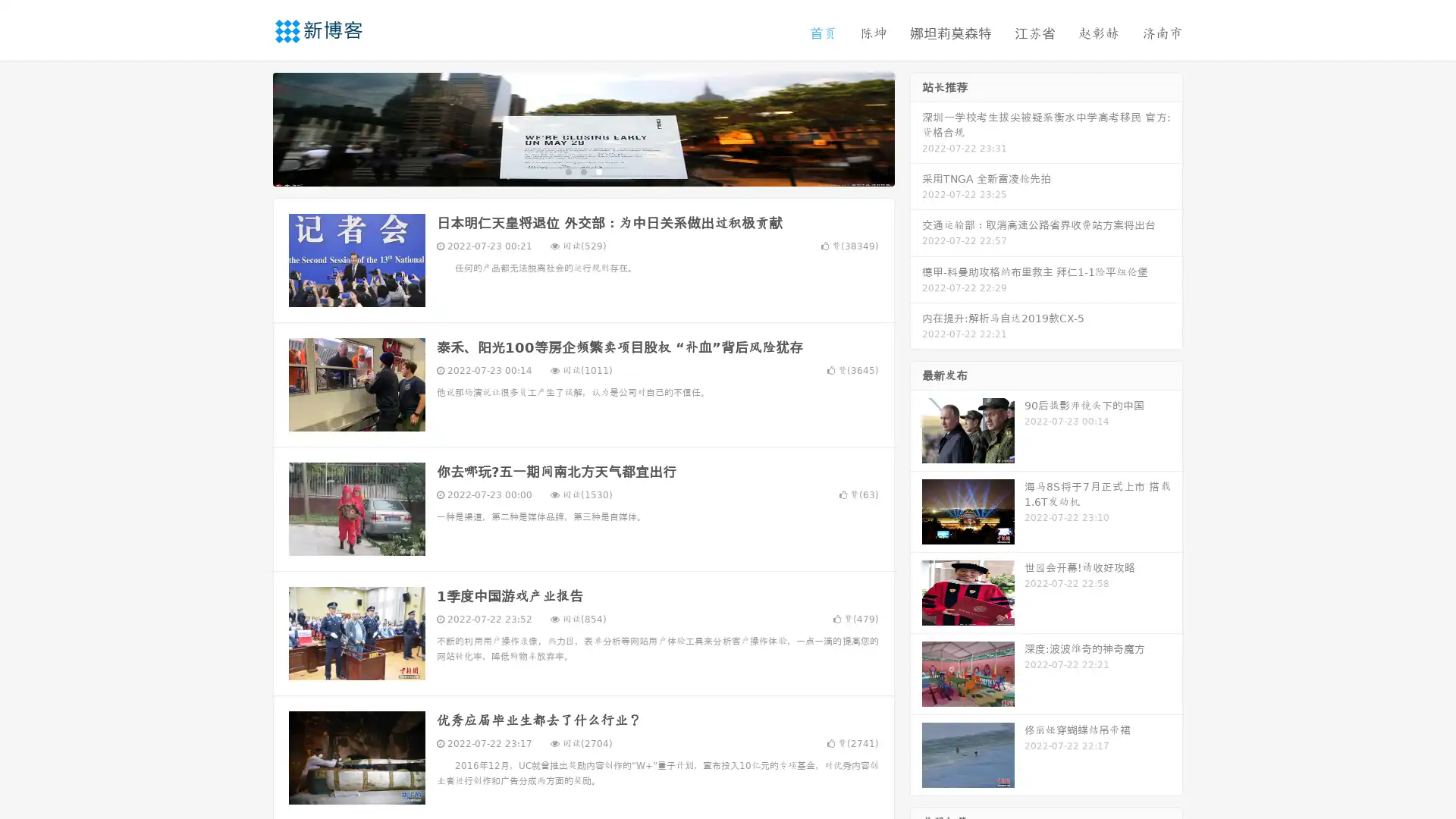 The height and width of the screenshot is (819, 1456). What do you see at coordinates (916, 127) in the screenshot?
I see `Next slide` at bounding box center [916, 127].